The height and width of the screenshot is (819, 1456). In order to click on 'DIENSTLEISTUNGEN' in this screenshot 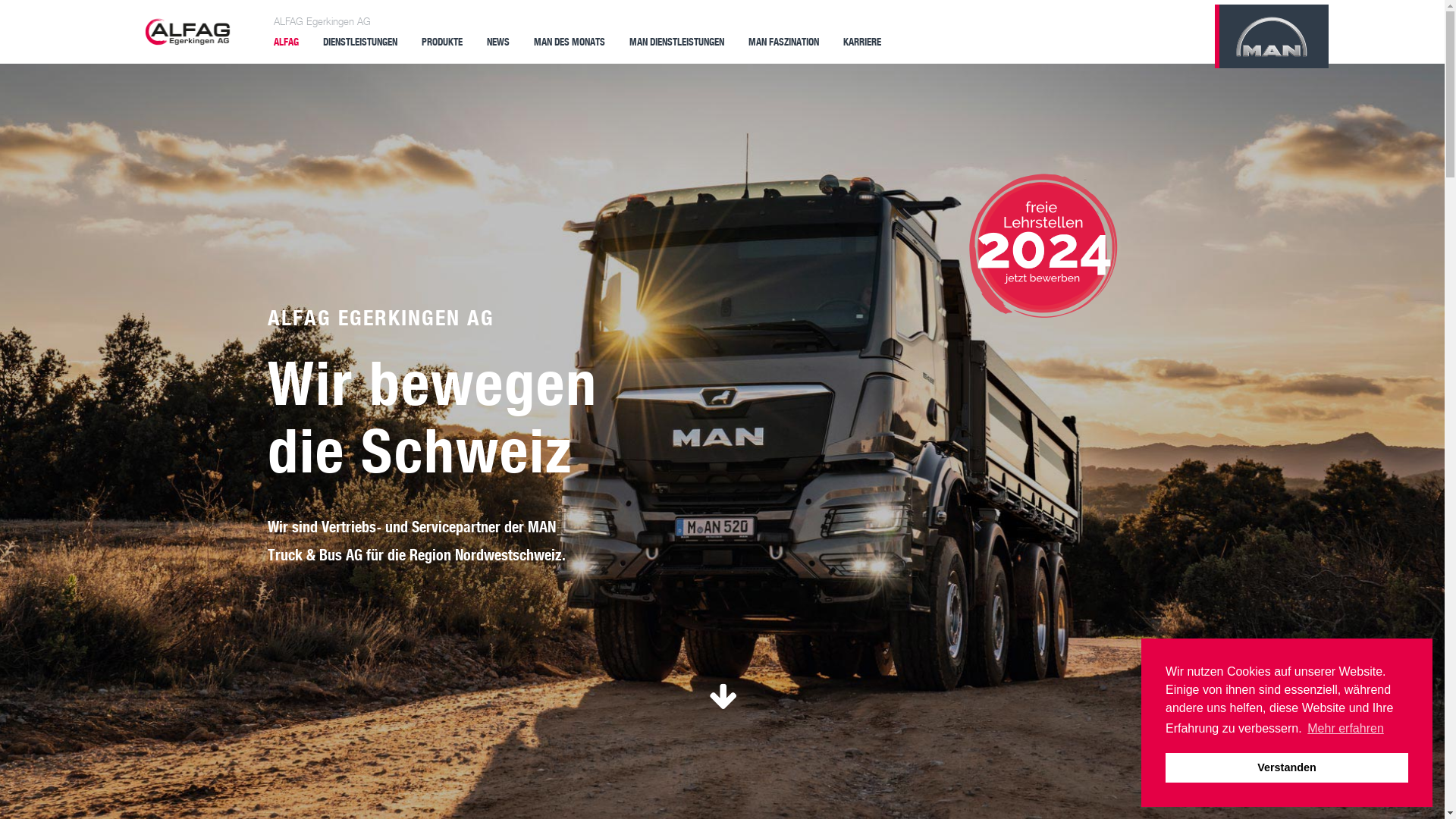, I will do `click(359, 40)`.